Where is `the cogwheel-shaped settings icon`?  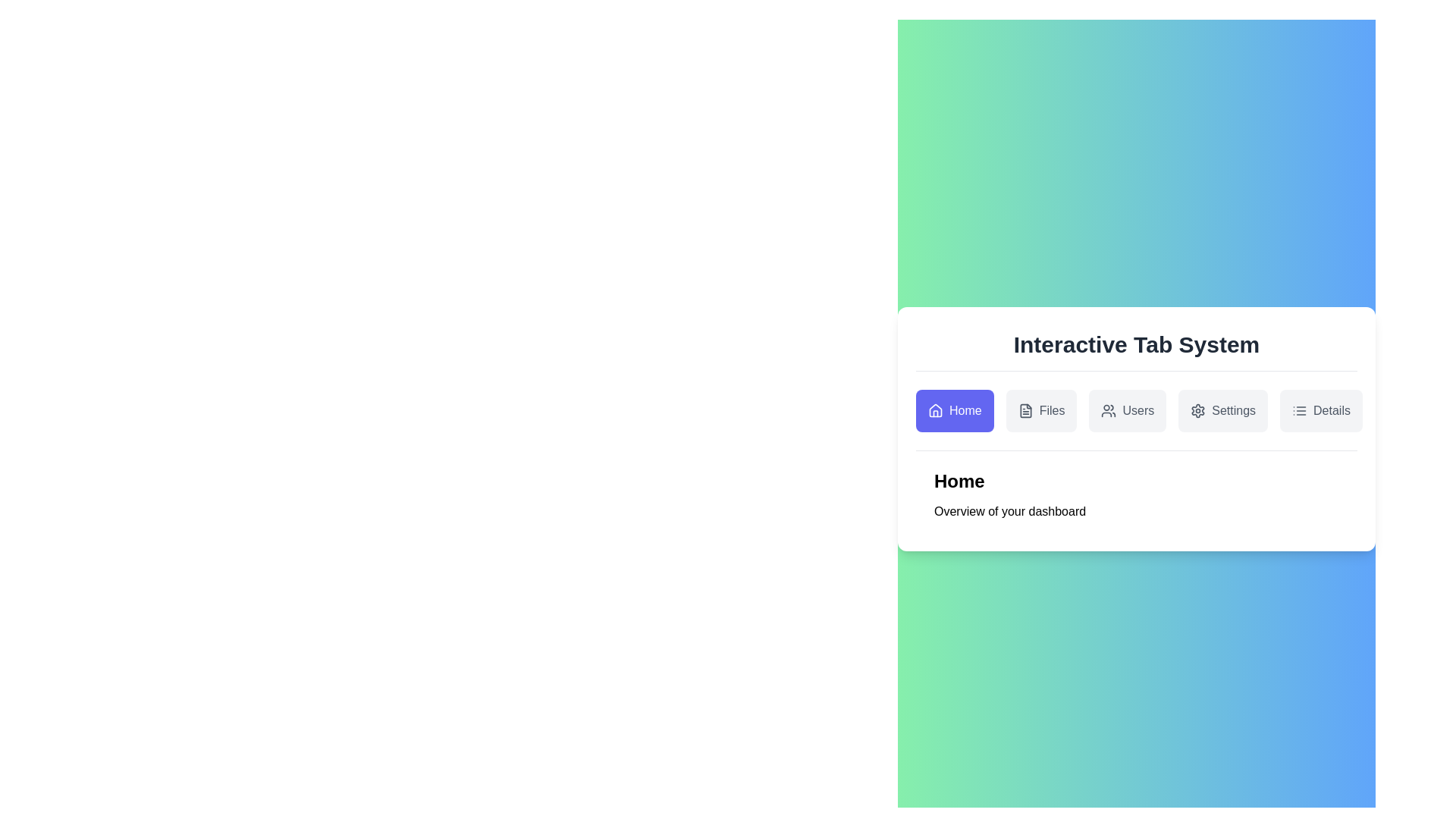 the cogwheel-shaped settings icon is located at coordinates (1197, 411).